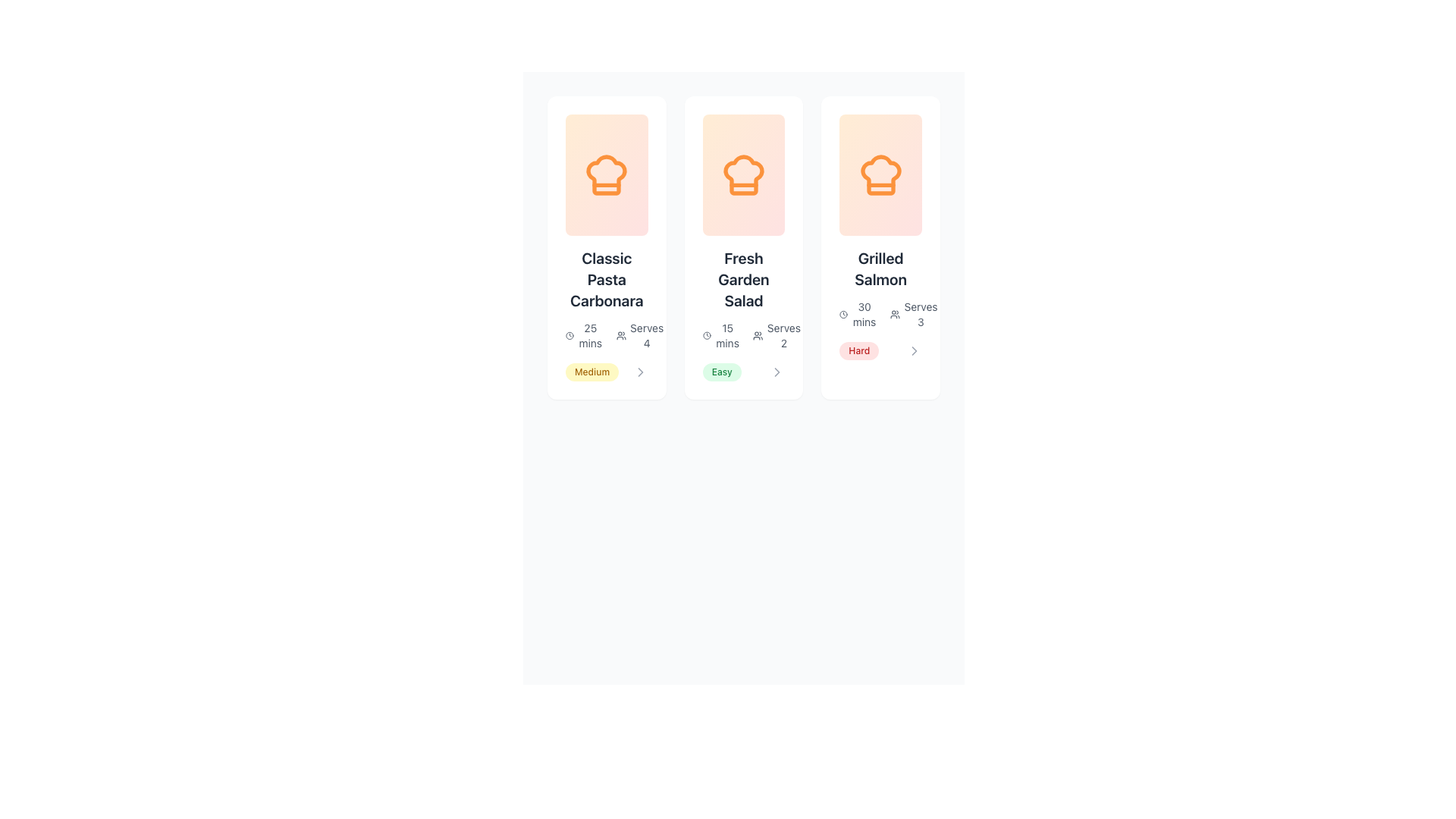 The width and height of the screenshot is (1456, 819). What do you see at coordinates (777, 335) in the screenshot?
I see `text indicating the serving size located in the bottom portion of the second content card from the left, which is the second item to the right of the time duration label ('15 mins')` at bounding box center [777, 335].